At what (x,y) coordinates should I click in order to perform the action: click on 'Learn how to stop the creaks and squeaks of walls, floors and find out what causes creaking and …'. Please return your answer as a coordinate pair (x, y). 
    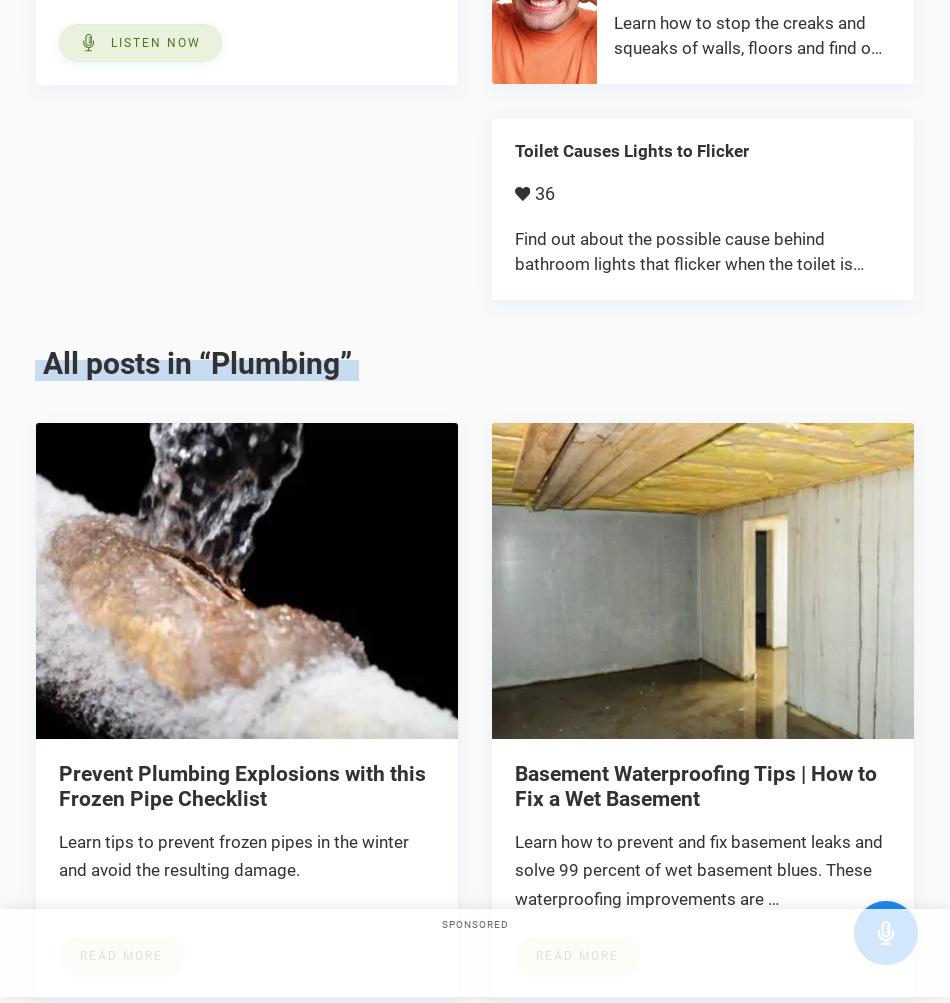
    Looking at the image, I should click on (749, 48).